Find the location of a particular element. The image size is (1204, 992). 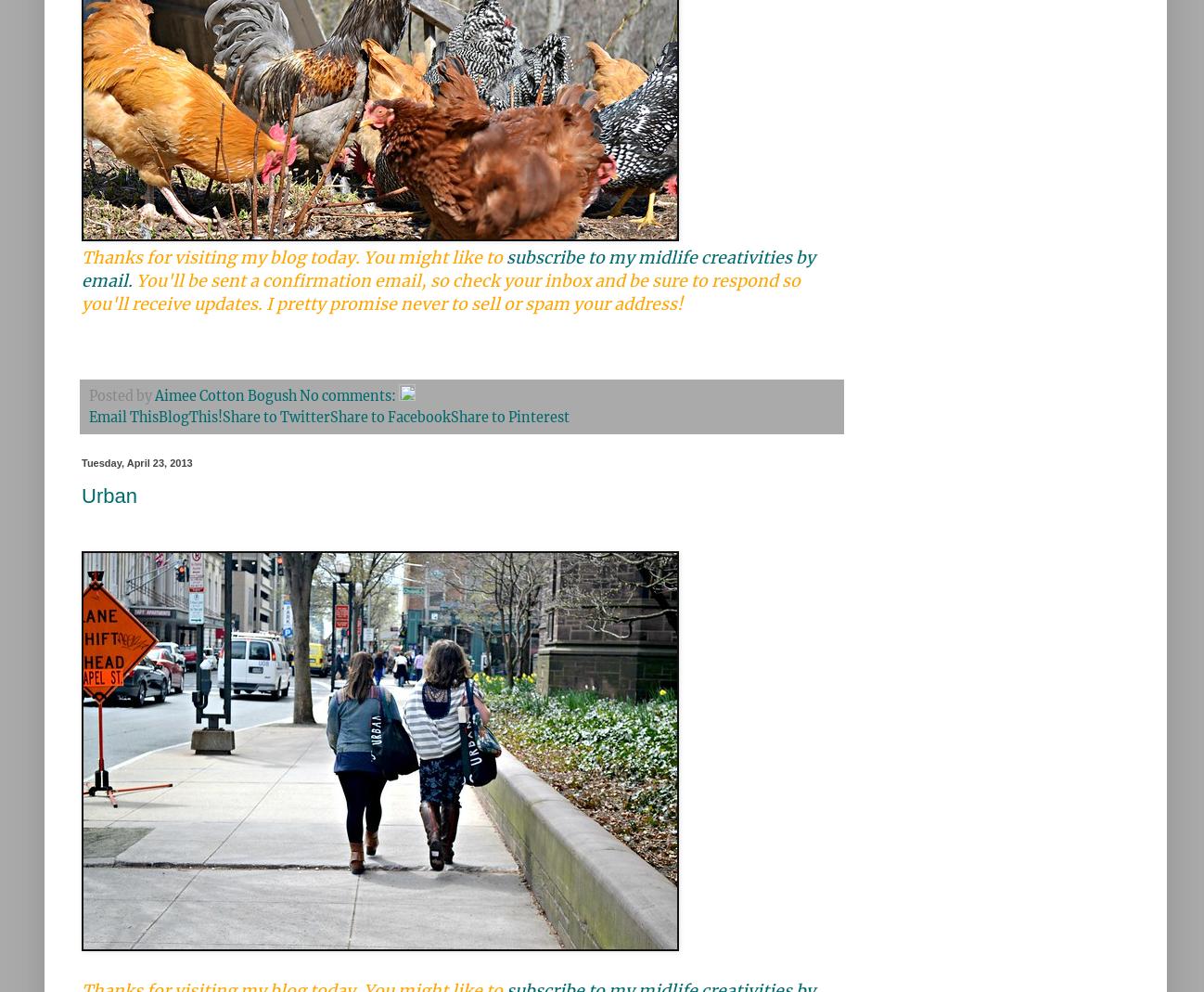

'Tuesday, April 23, 2013' is located at coordinates (135, 462).